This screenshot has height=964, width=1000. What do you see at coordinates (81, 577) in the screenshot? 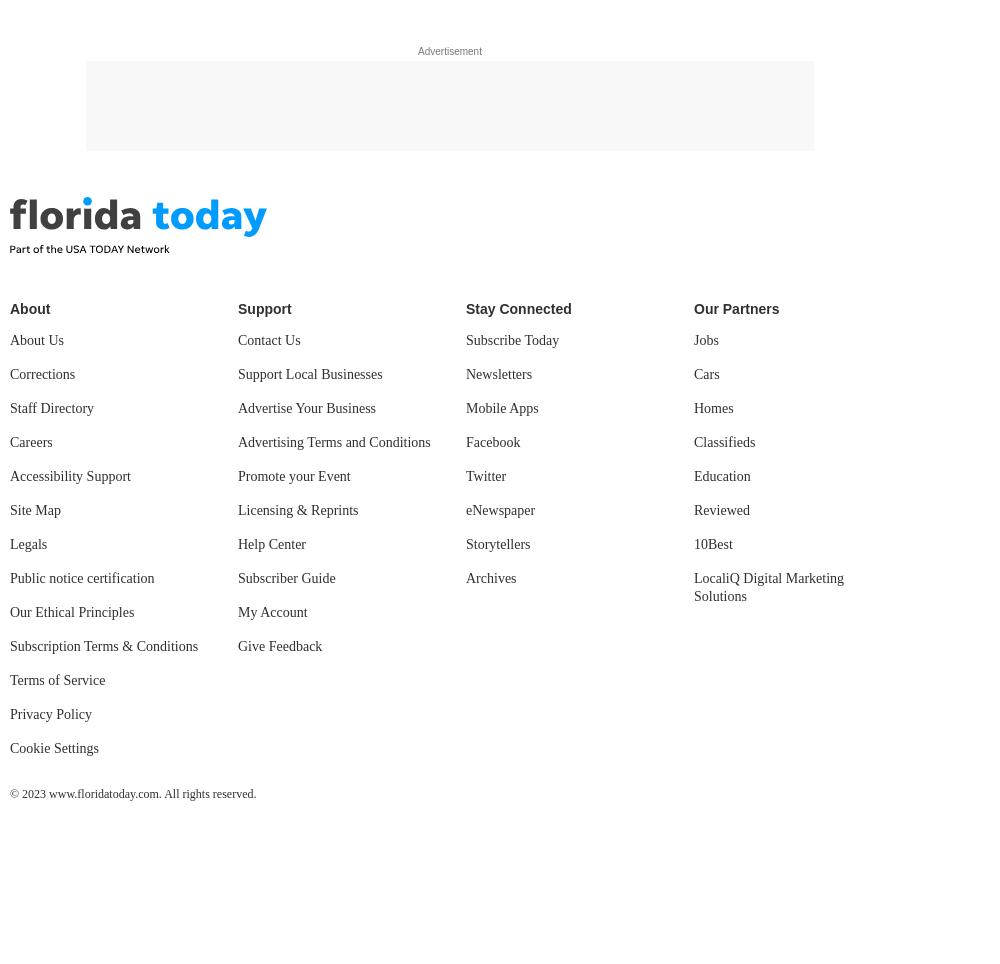
I see `'Public notice certification'` at bounding box center [81, 577].